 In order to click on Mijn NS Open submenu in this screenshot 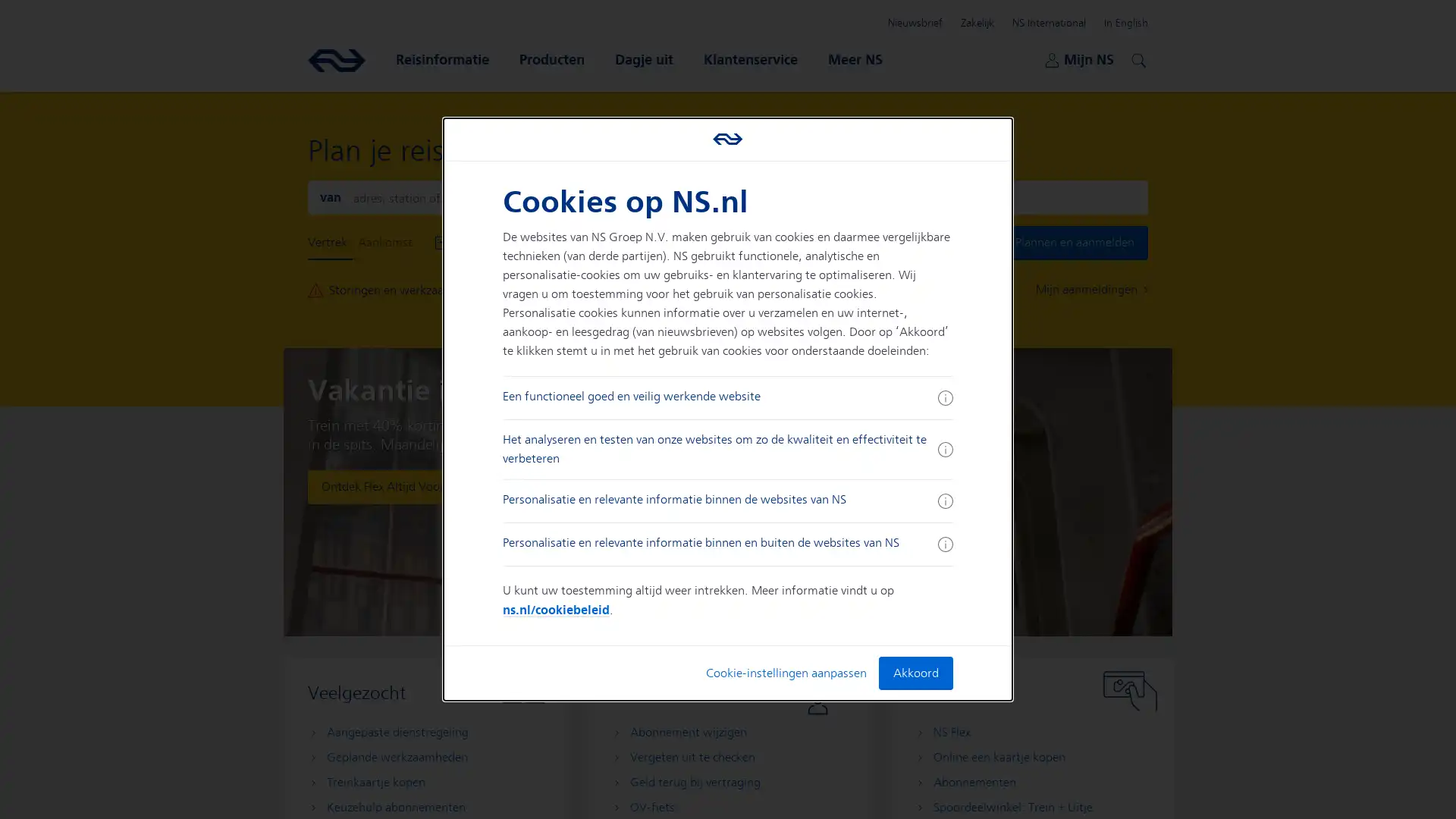, I will do `click(1078, 58)`.